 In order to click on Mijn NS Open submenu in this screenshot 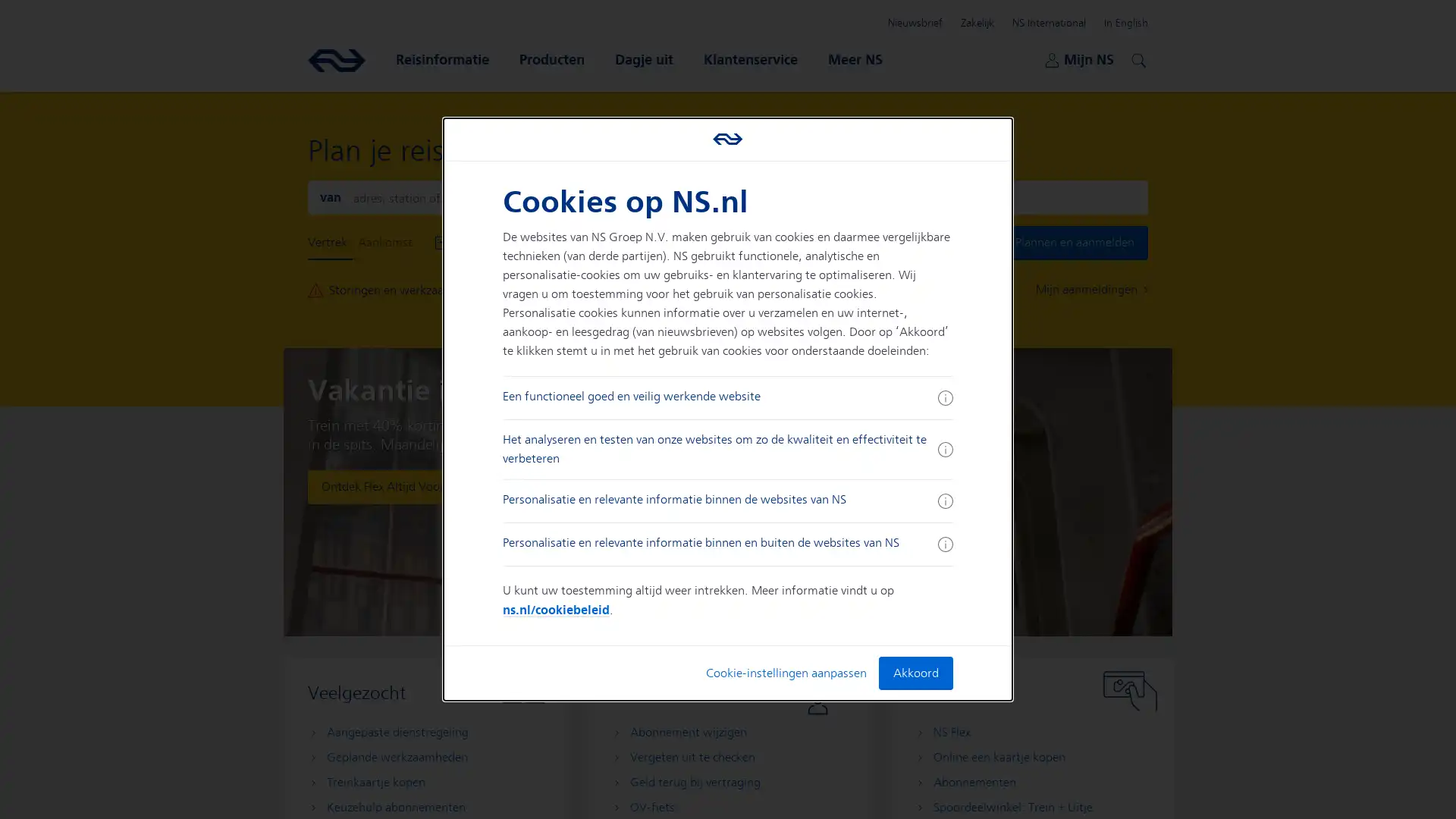, I will do `click(1078, 58)`.